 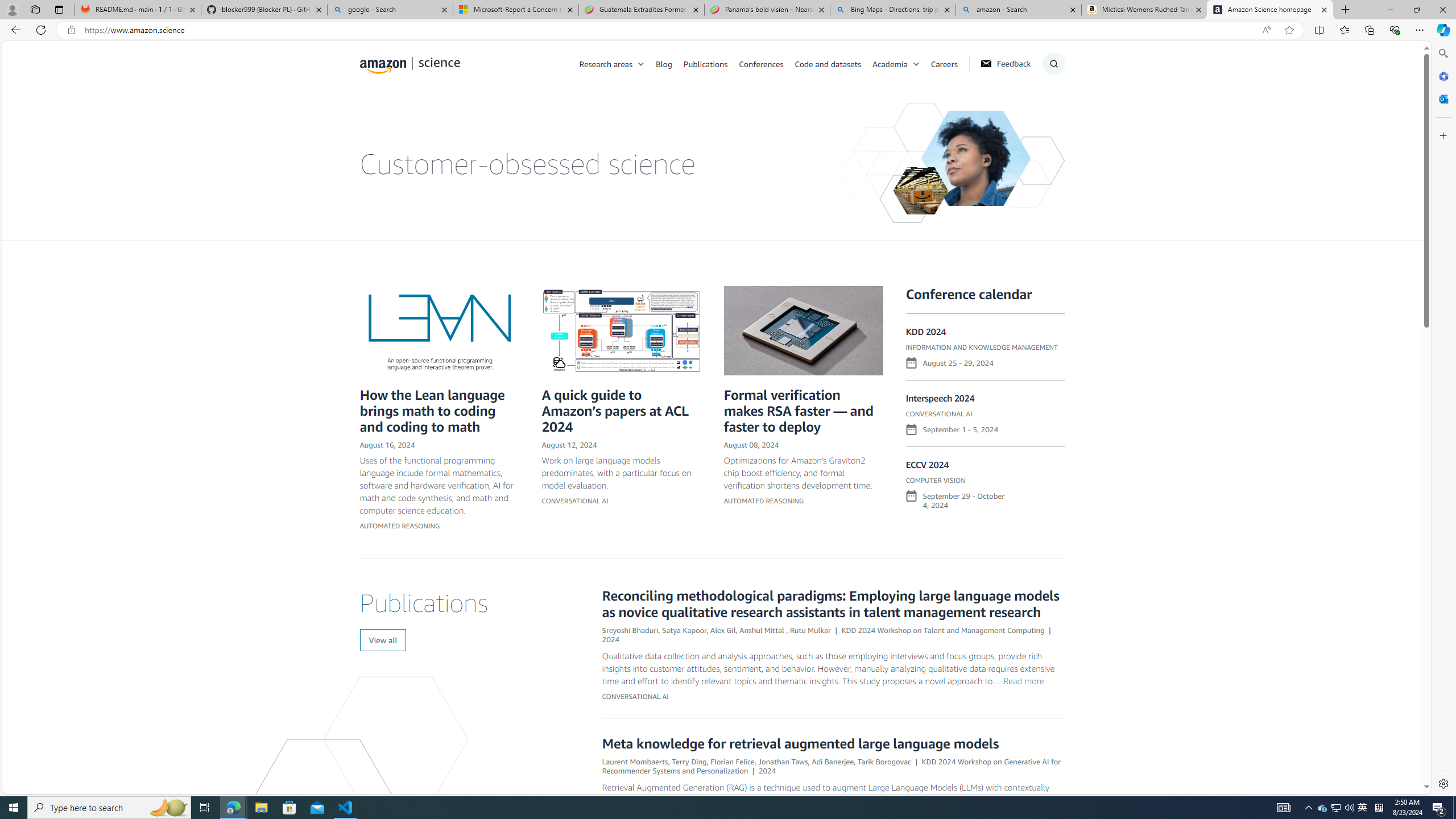 What do you see at coordinates (766, 63) in the screenshot?
I see `'Conferences'` at bounding box center [766, 63].